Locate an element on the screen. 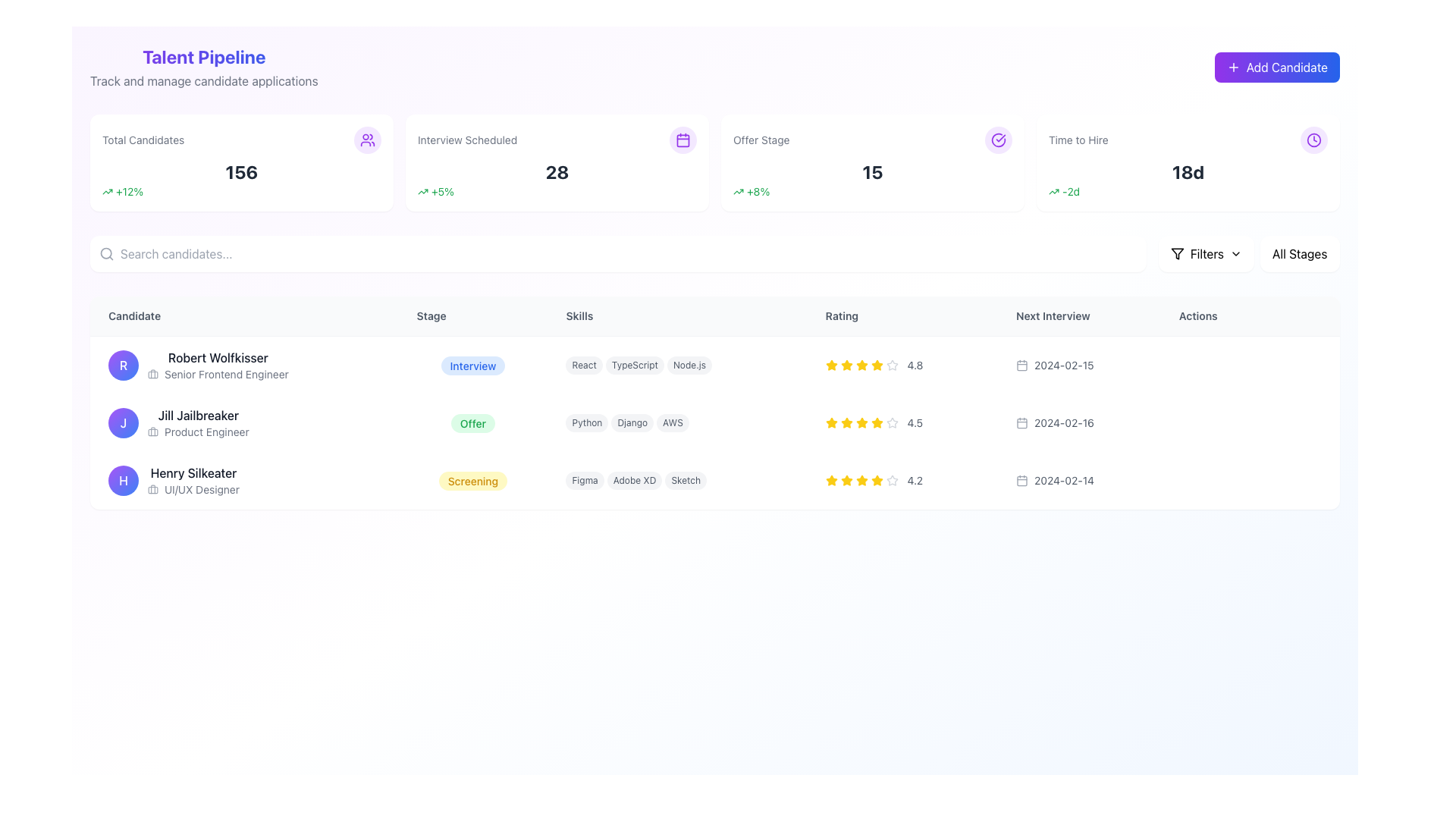  the candidate's profile text block located in the second row under the 'Candidate' column is located at coordinates (197, 423).